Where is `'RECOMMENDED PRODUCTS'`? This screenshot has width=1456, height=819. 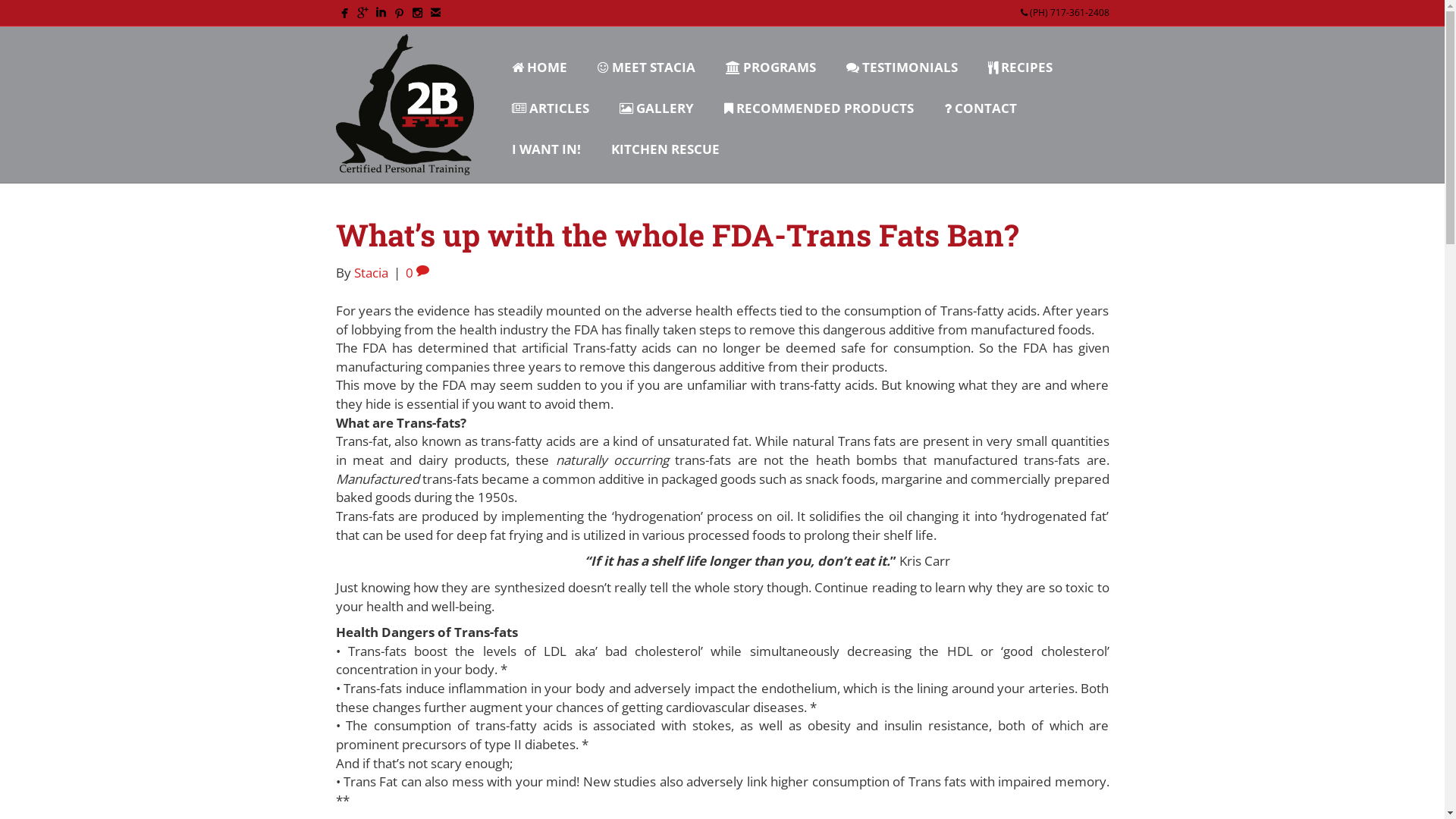 'RECOMMENDED PRODUCTS' is located at coordinates (708, 104).